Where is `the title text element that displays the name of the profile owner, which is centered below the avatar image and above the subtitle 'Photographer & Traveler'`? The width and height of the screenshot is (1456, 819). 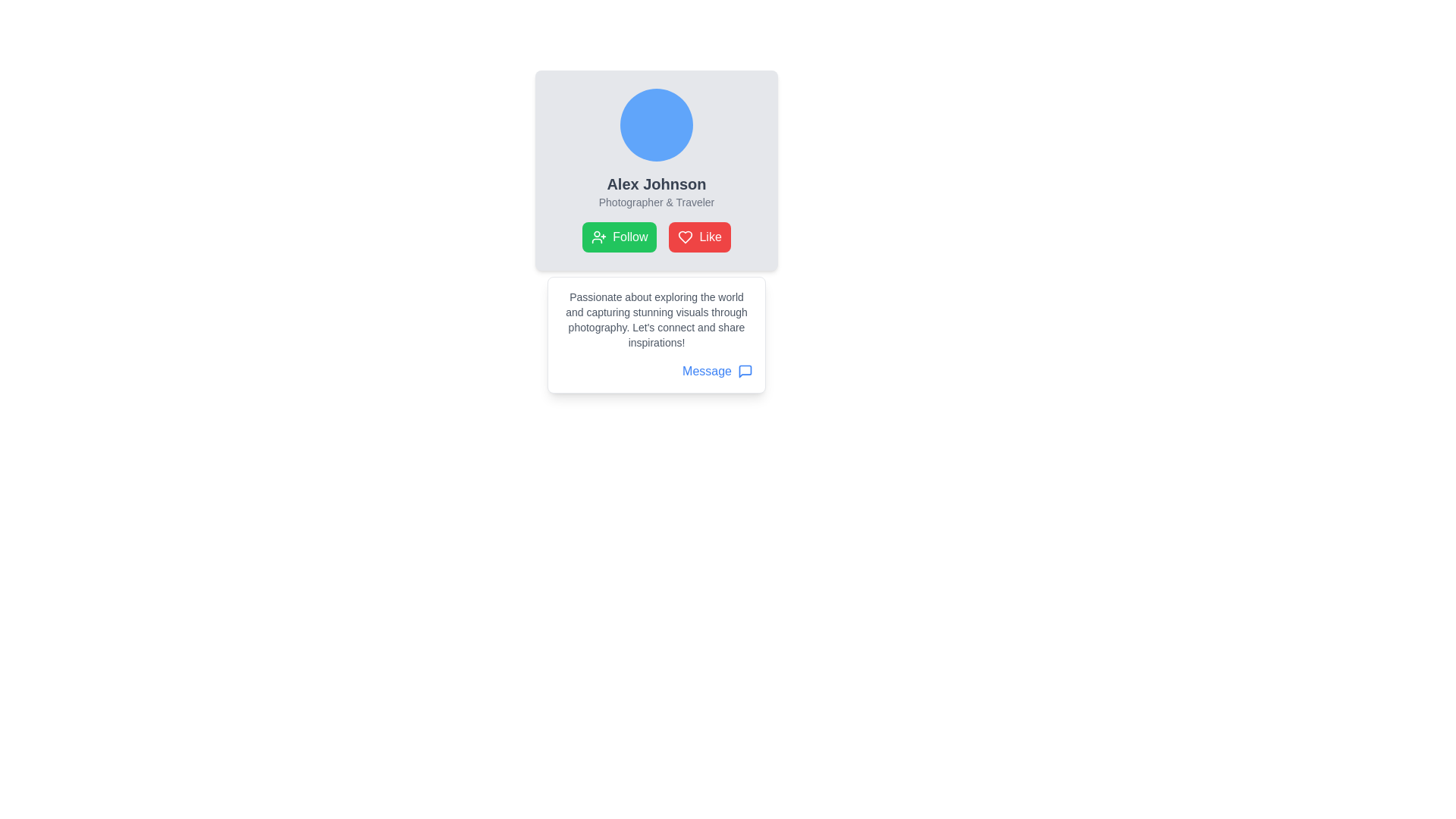 the title text element that displays the name of the profile owner, which is centered below the avatar image and above the subtitle 'Photographer & Traveler' is located at coordinates (656, 184).